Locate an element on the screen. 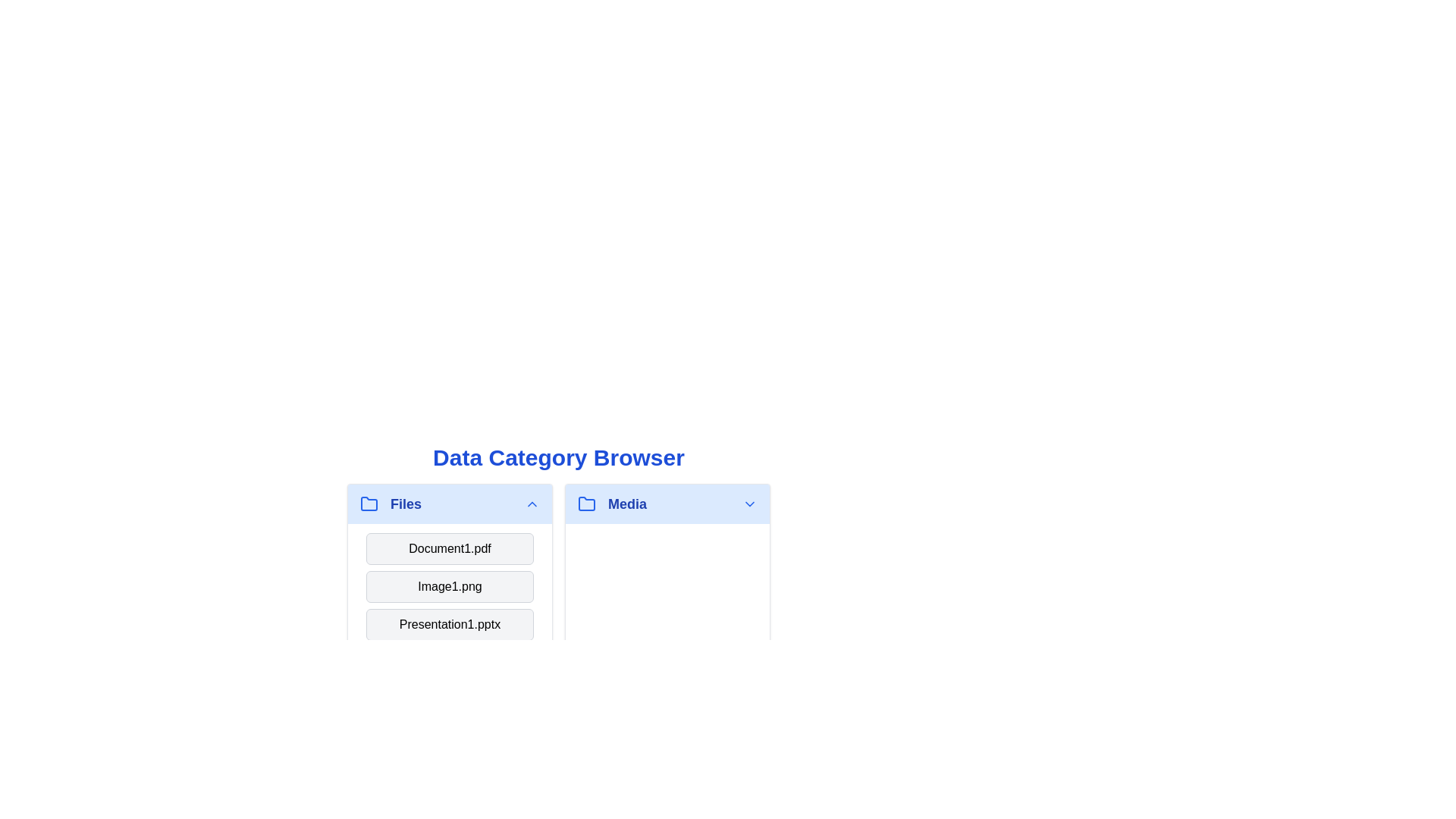 This screenshot has width=1456, height=819. the category header or item Presentation1.pptx is located at coordinates (449, 625).